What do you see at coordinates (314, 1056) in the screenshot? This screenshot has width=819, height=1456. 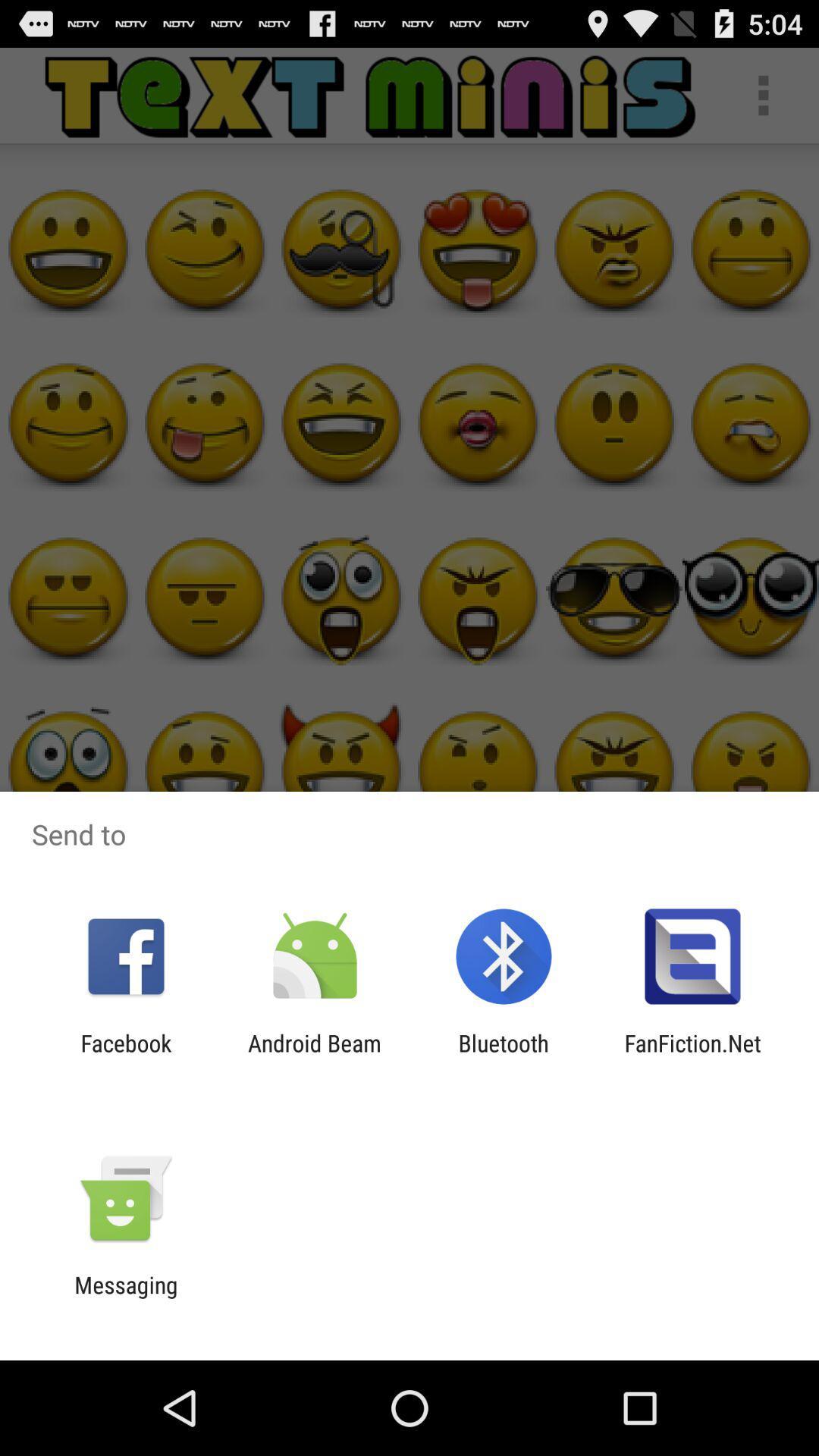 I see `the app to the right of facebook app` at bounding box center [314, 1056].